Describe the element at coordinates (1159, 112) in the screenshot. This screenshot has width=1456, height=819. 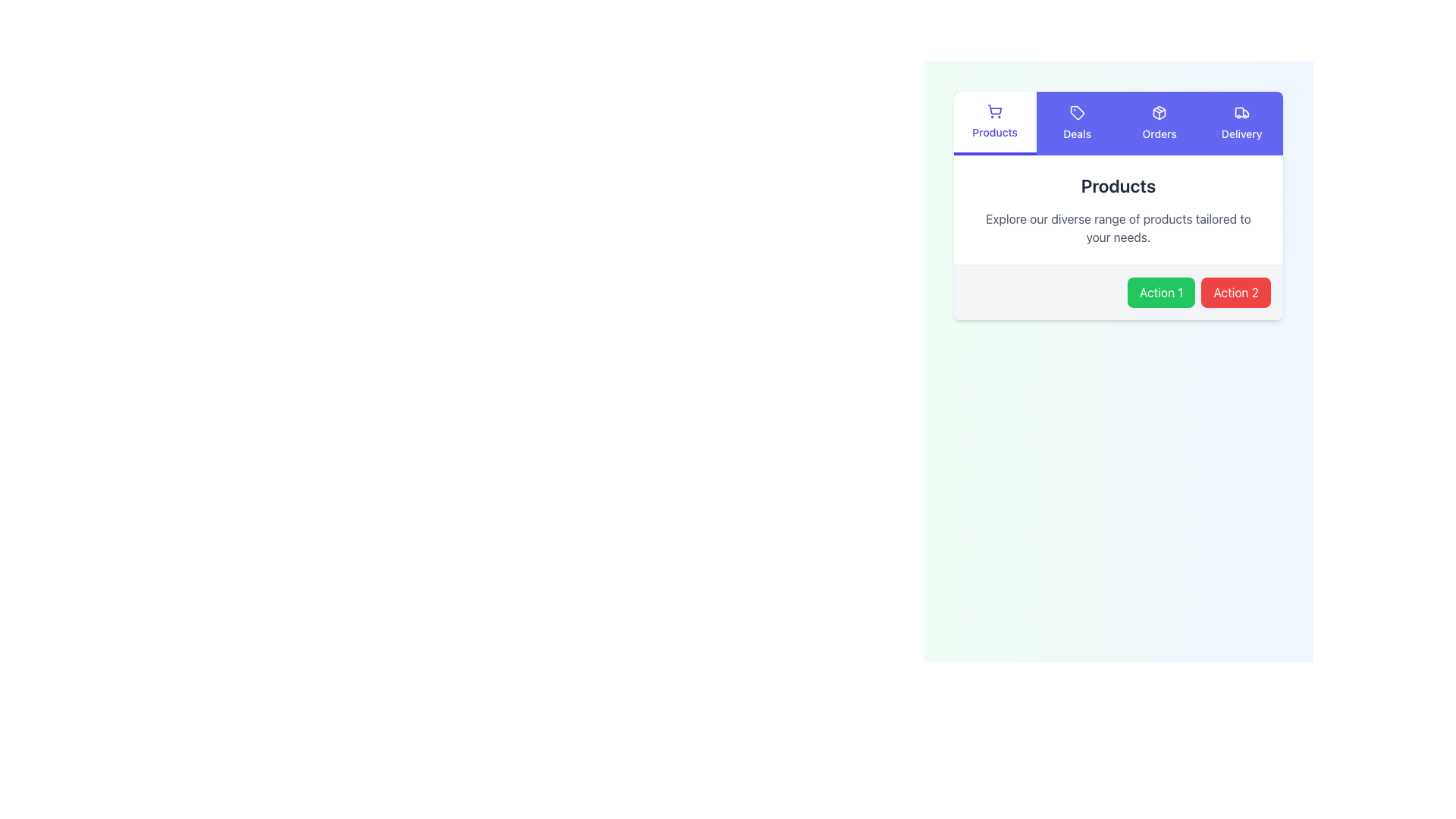
I see `the 'Orders' tab icon, which is centrally located above the text 'Orders'` at that location.